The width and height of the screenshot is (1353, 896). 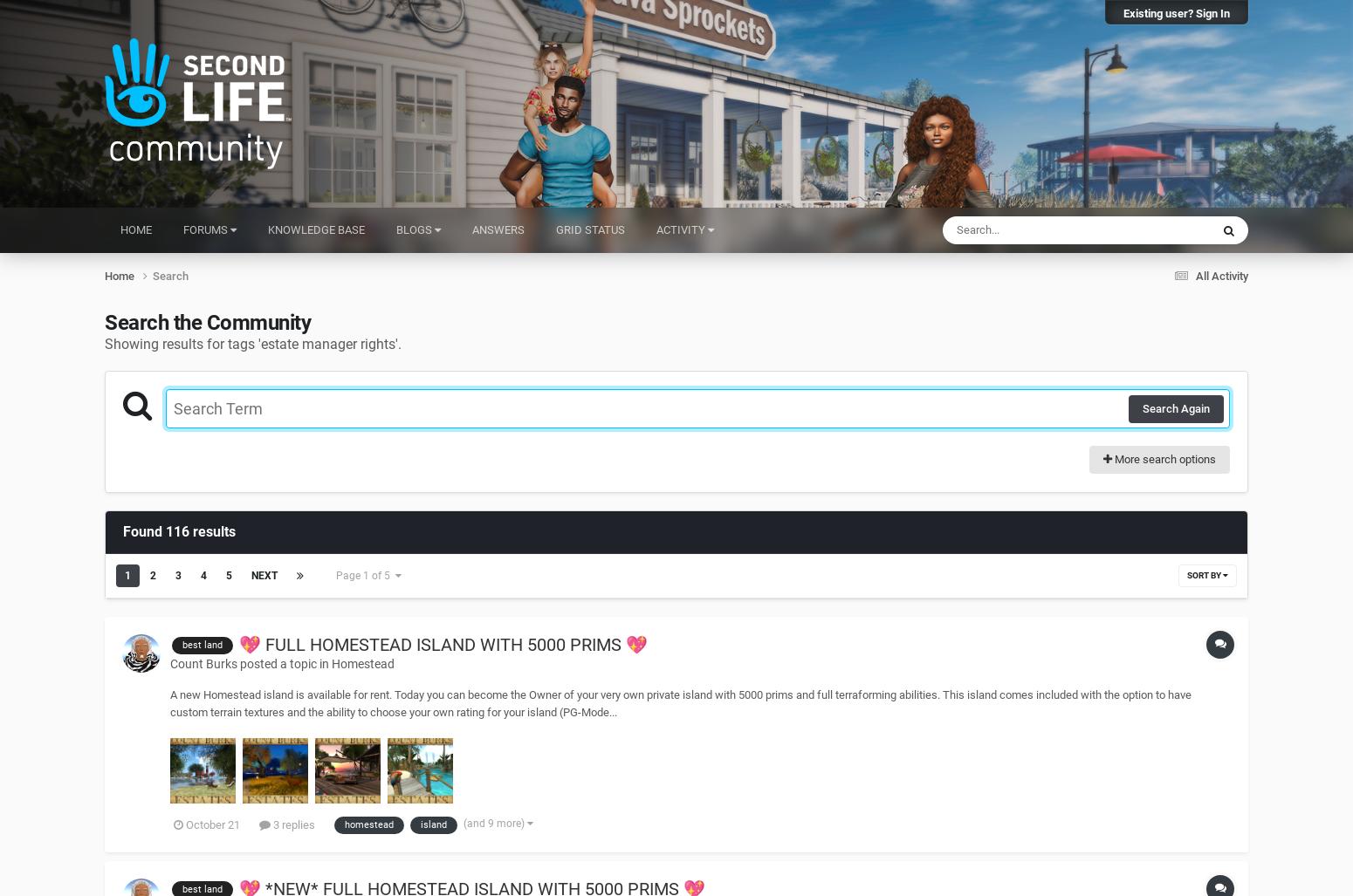 What do you see at coordinates (1136, 380) in the screenshot?
I see `'Knowledge Base Articles'` at bounding box center [1136, 380].